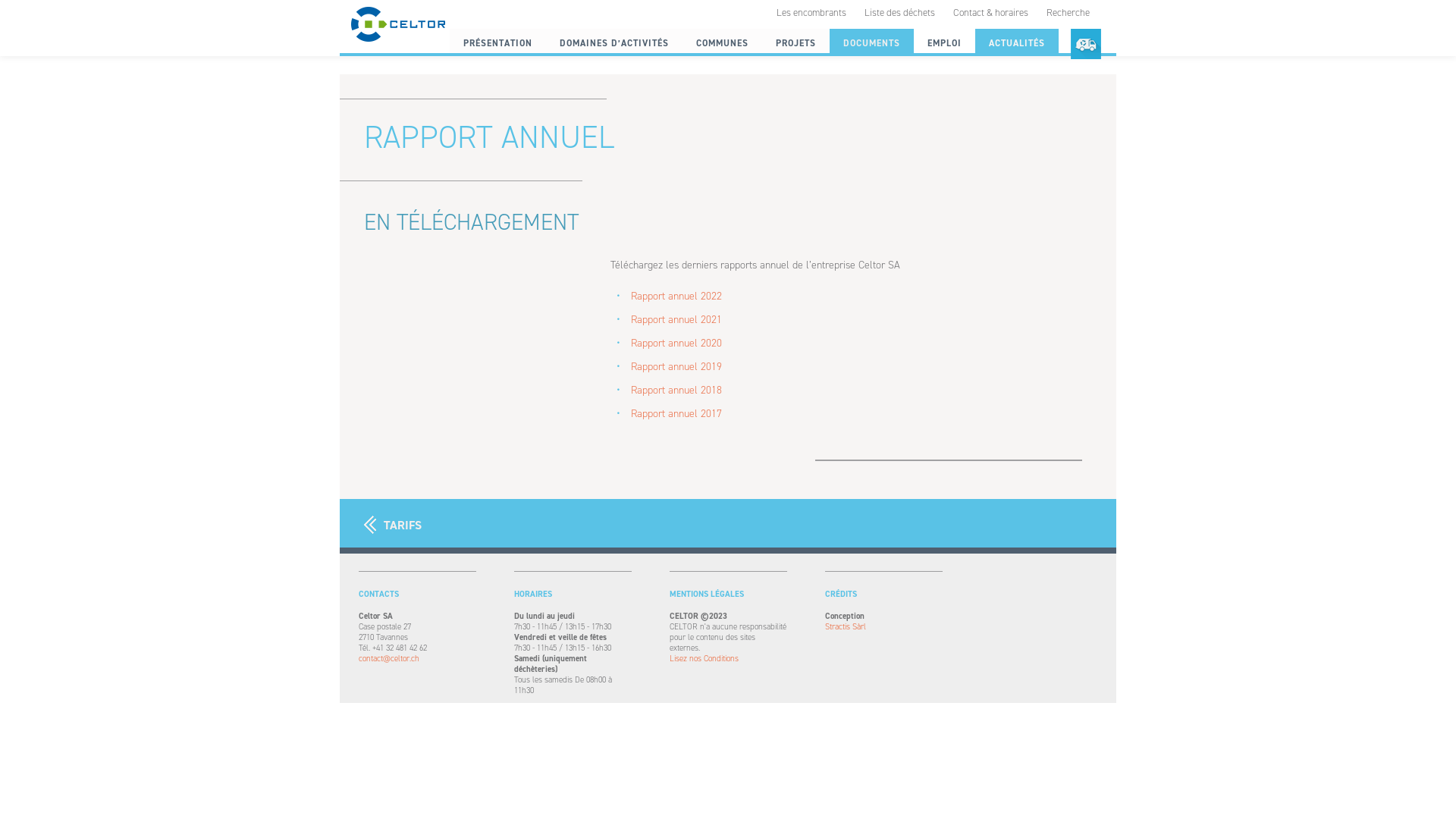 The height and width of the screenshot is (819, 1456). Describe the element at coordinates (871, 42) in the screenshot. I see `'DOCUMENTS'` at that location.